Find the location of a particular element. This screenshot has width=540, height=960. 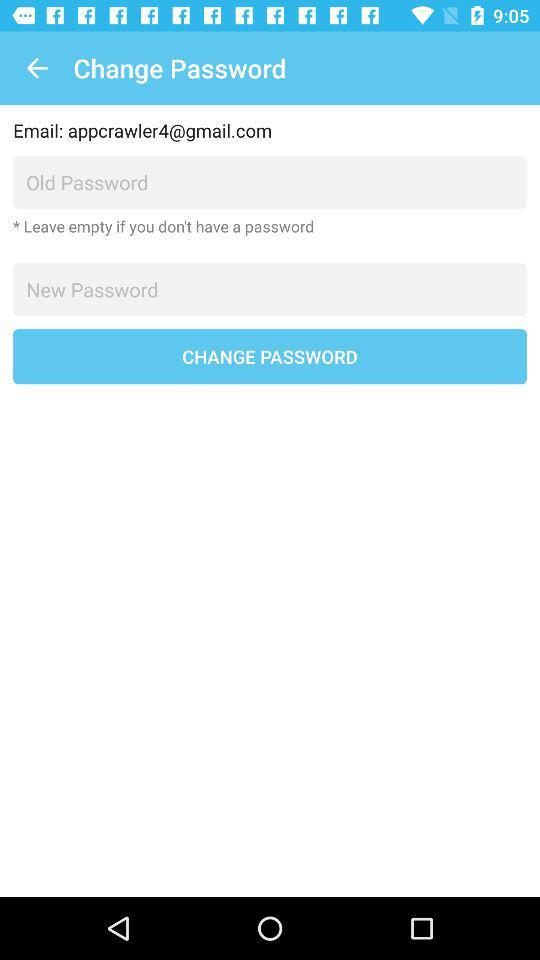

login password change is located at coordinates (270, 288).